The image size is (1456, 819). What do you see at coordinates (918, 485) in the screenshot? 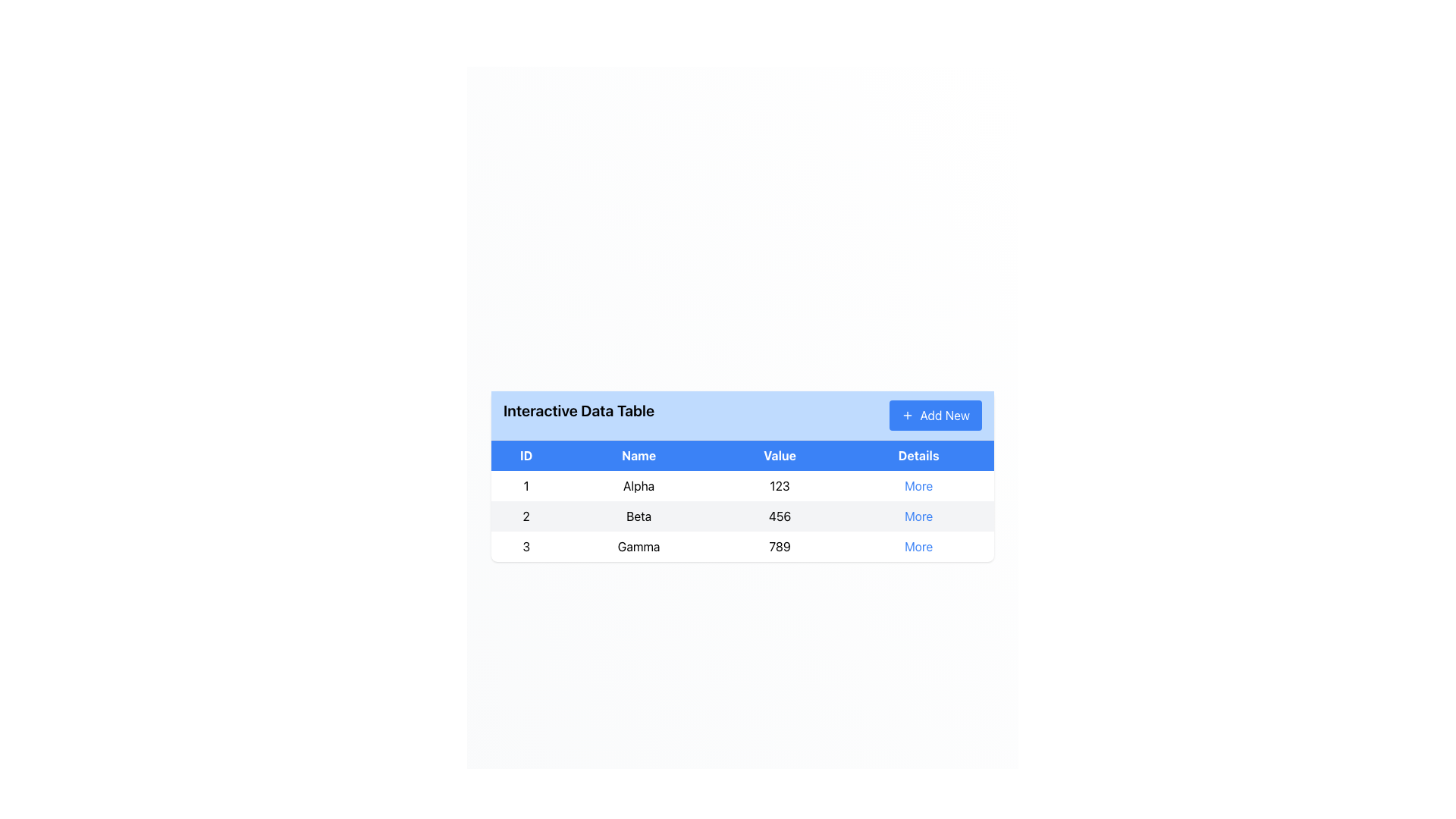
I see `the blue-colored clickable text link labeled 'More' in the 'Details' column of the data table` at bounding box center [918, 485].